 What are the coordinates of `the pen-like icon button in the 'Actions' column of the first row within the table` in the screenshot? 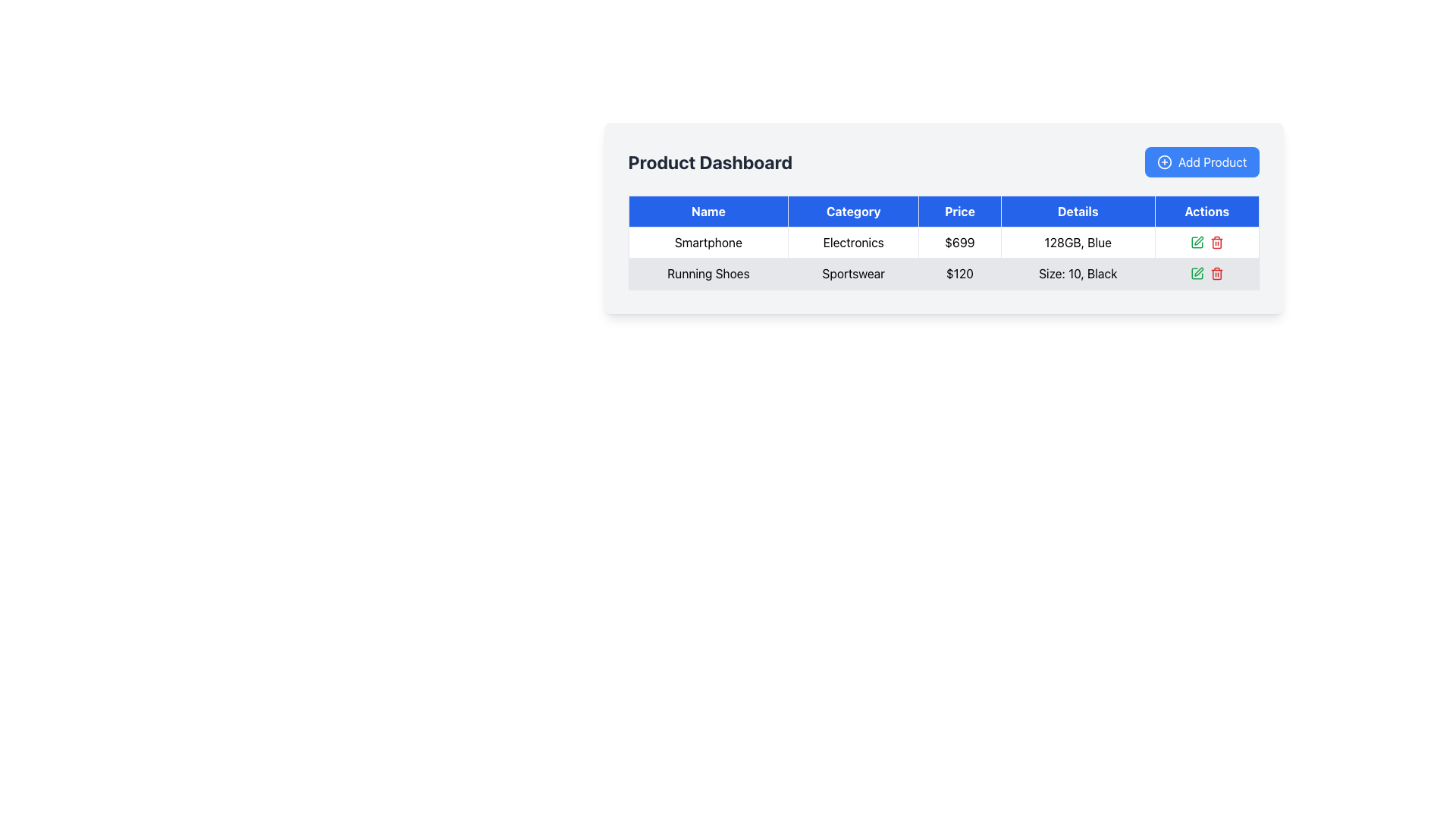 It's located at (1197, 240).